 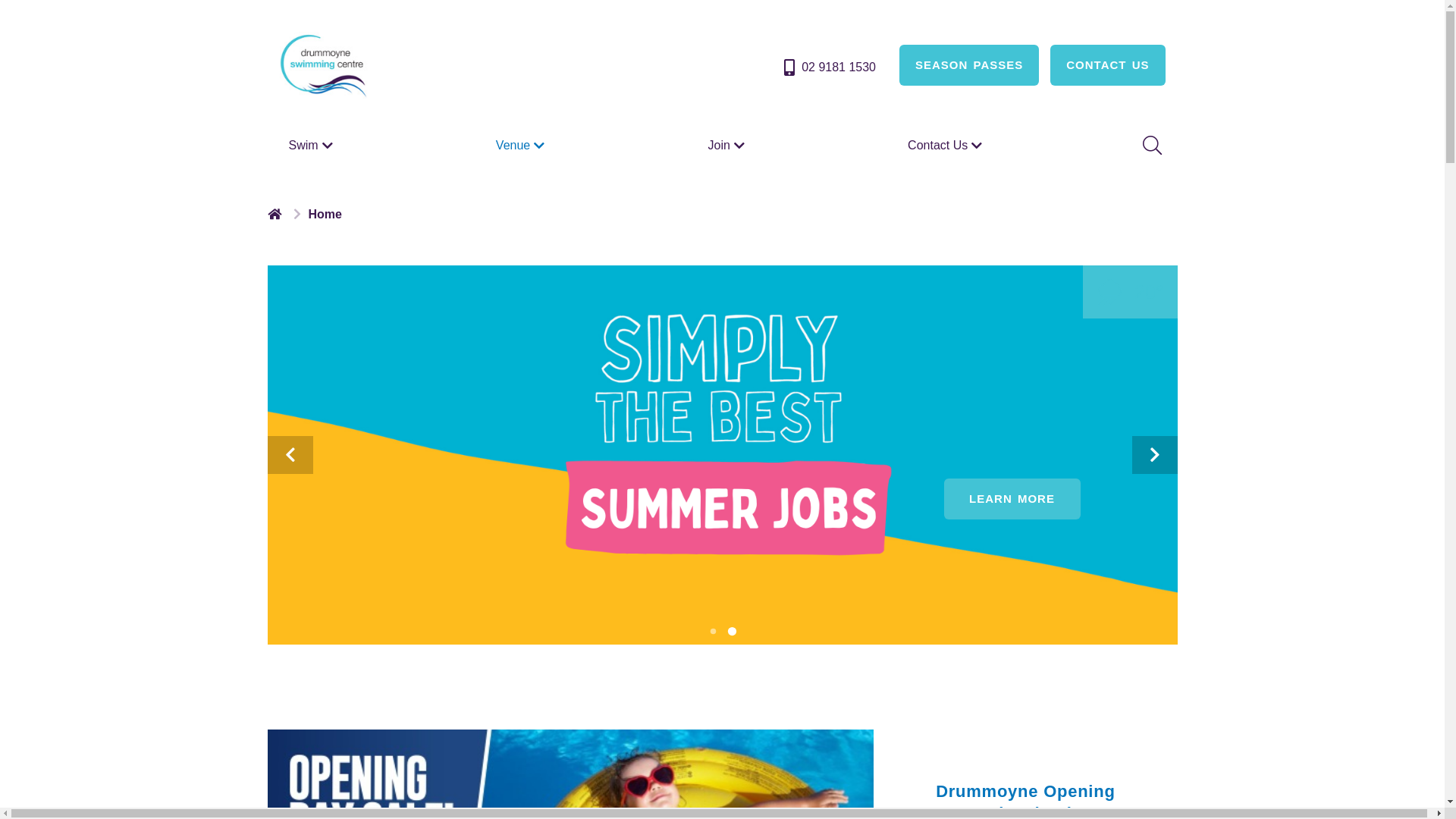 What do you see at coordinates (827, 66) in the screenshot?
I see `'02 9181 1530'` at bounding box center [827, 66].